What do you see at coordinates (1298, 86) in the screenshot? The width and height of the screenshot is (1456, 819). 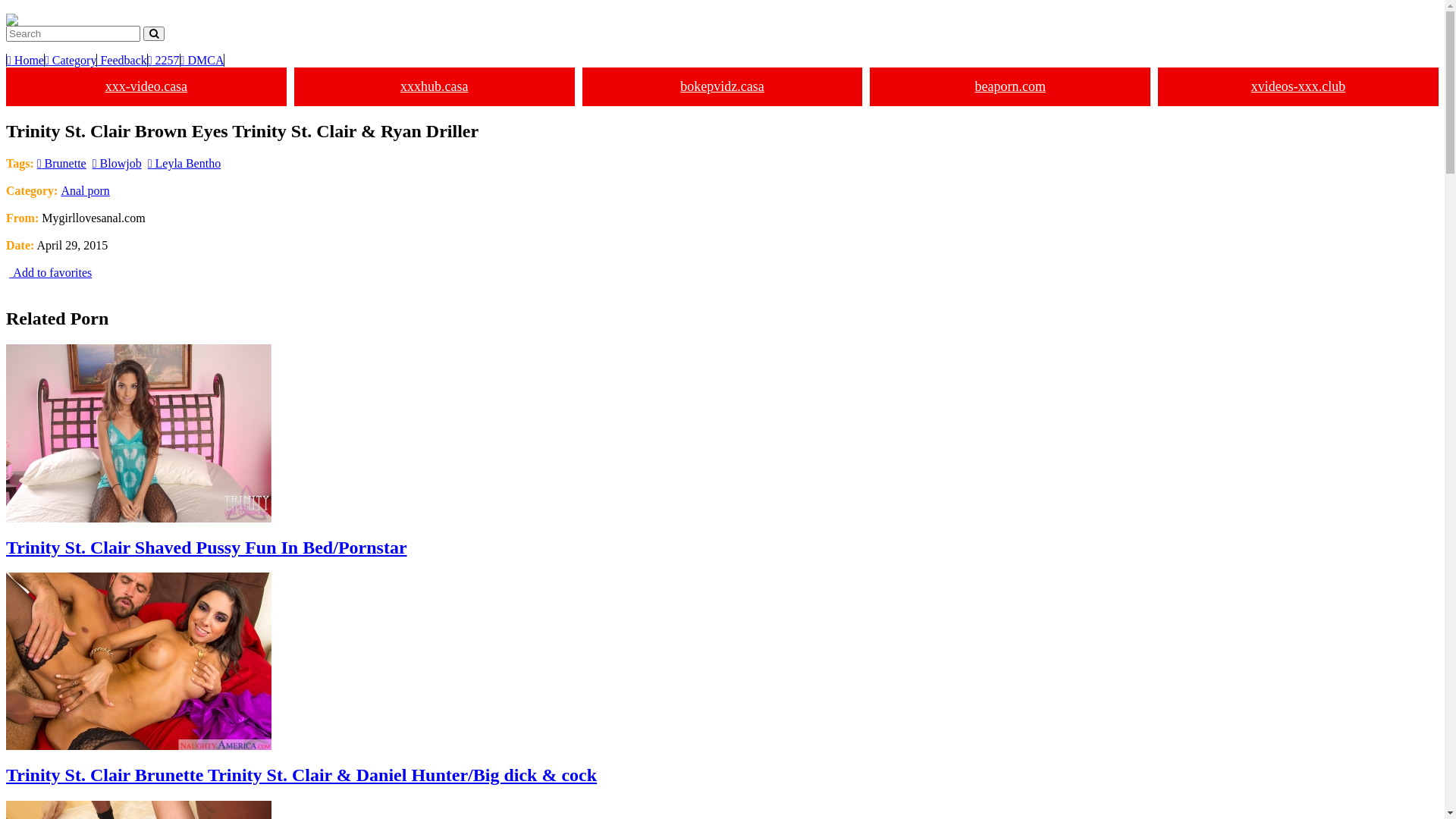 I see `'xvideos-xxx.club'` at bounding box center [1298, 86].